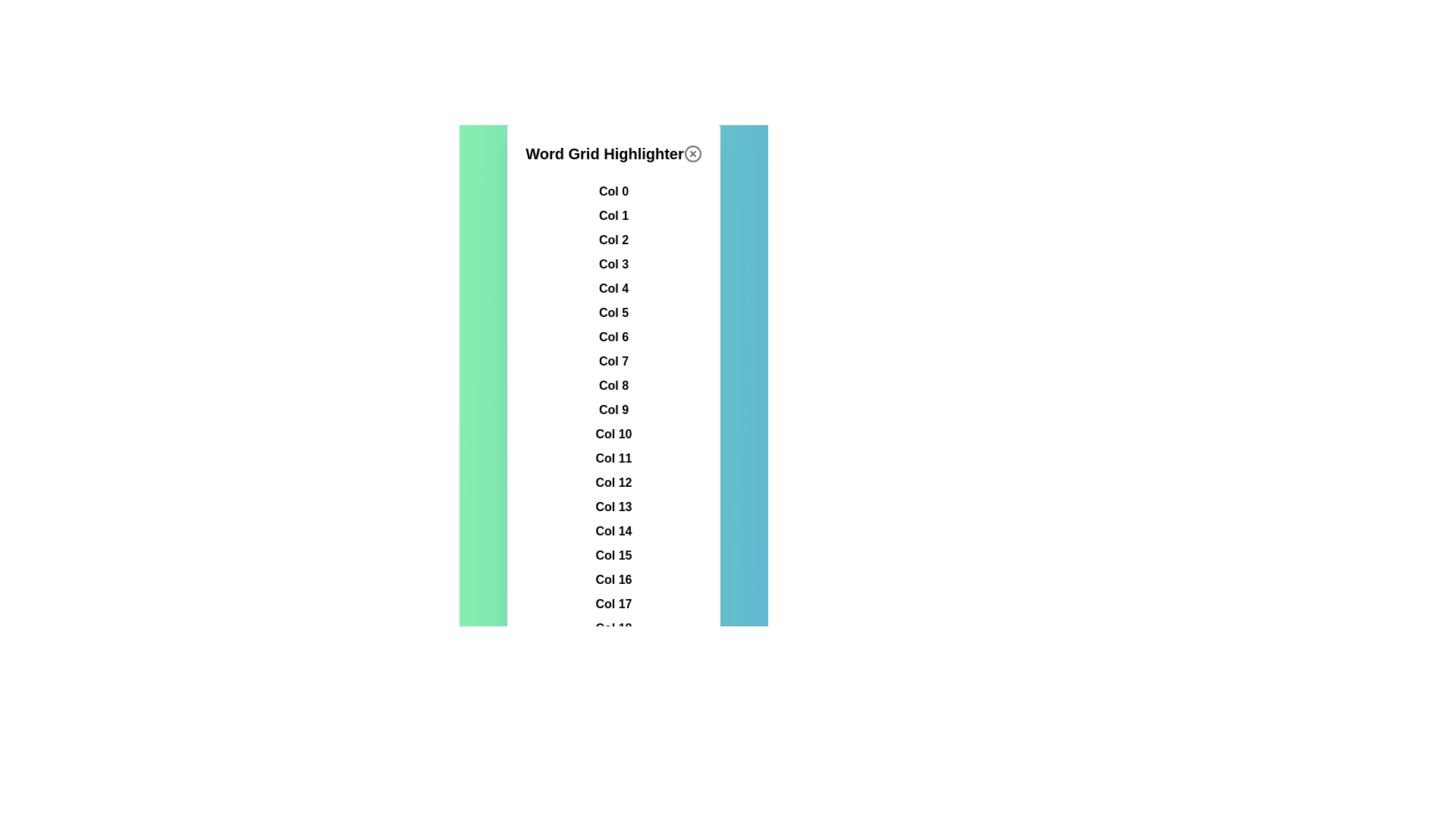 Image resolution: width=1456 pixels, height=819 pixels. What do you see at coordinates (692, 154) in the screenshot?
I see `the close button to close the dialog` at bounding box center [692, 154].